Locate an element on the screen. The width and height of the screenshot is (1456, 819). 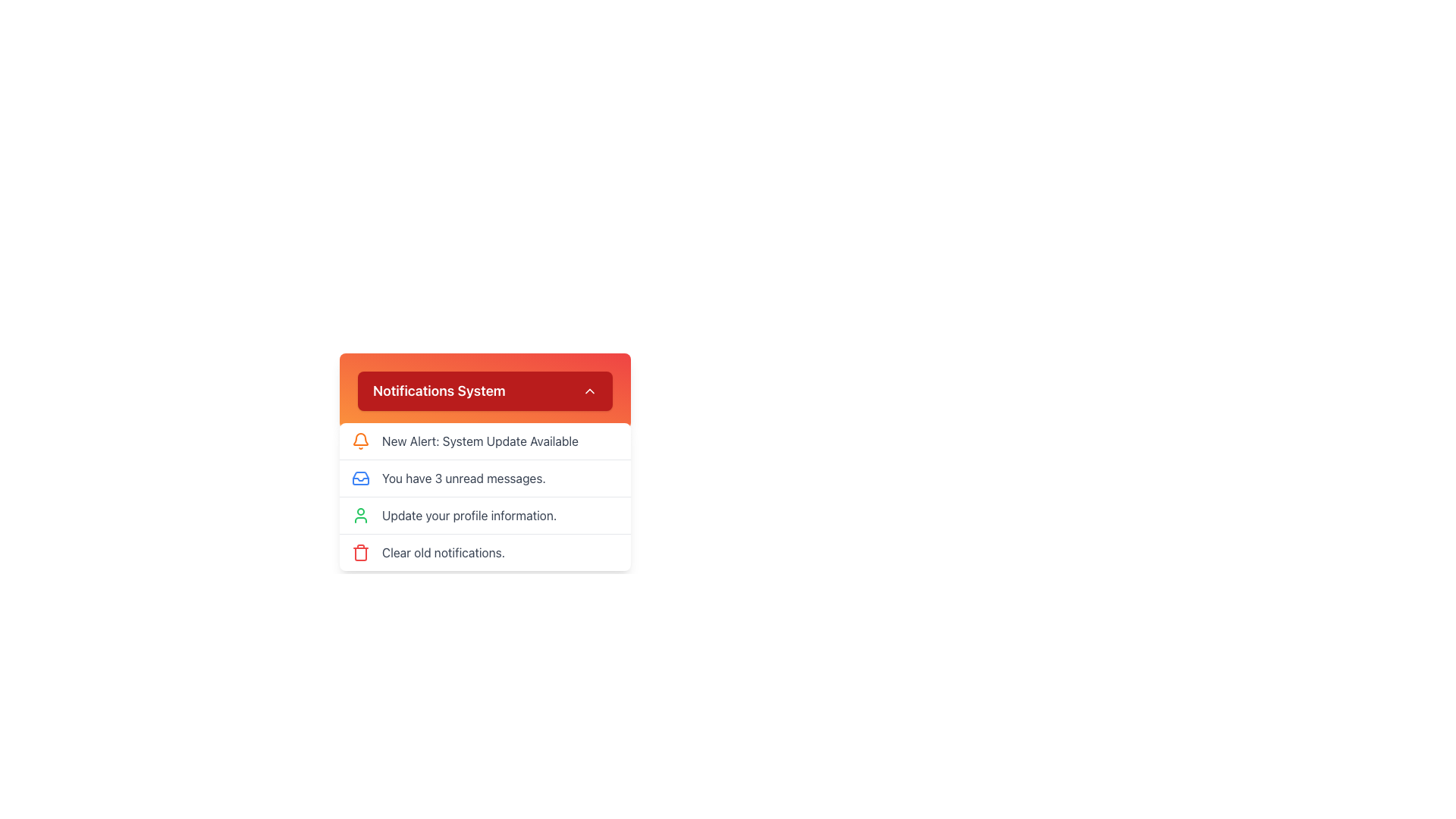
the third list item under the 'Notifications System' header is located at coordinates (484, 513).